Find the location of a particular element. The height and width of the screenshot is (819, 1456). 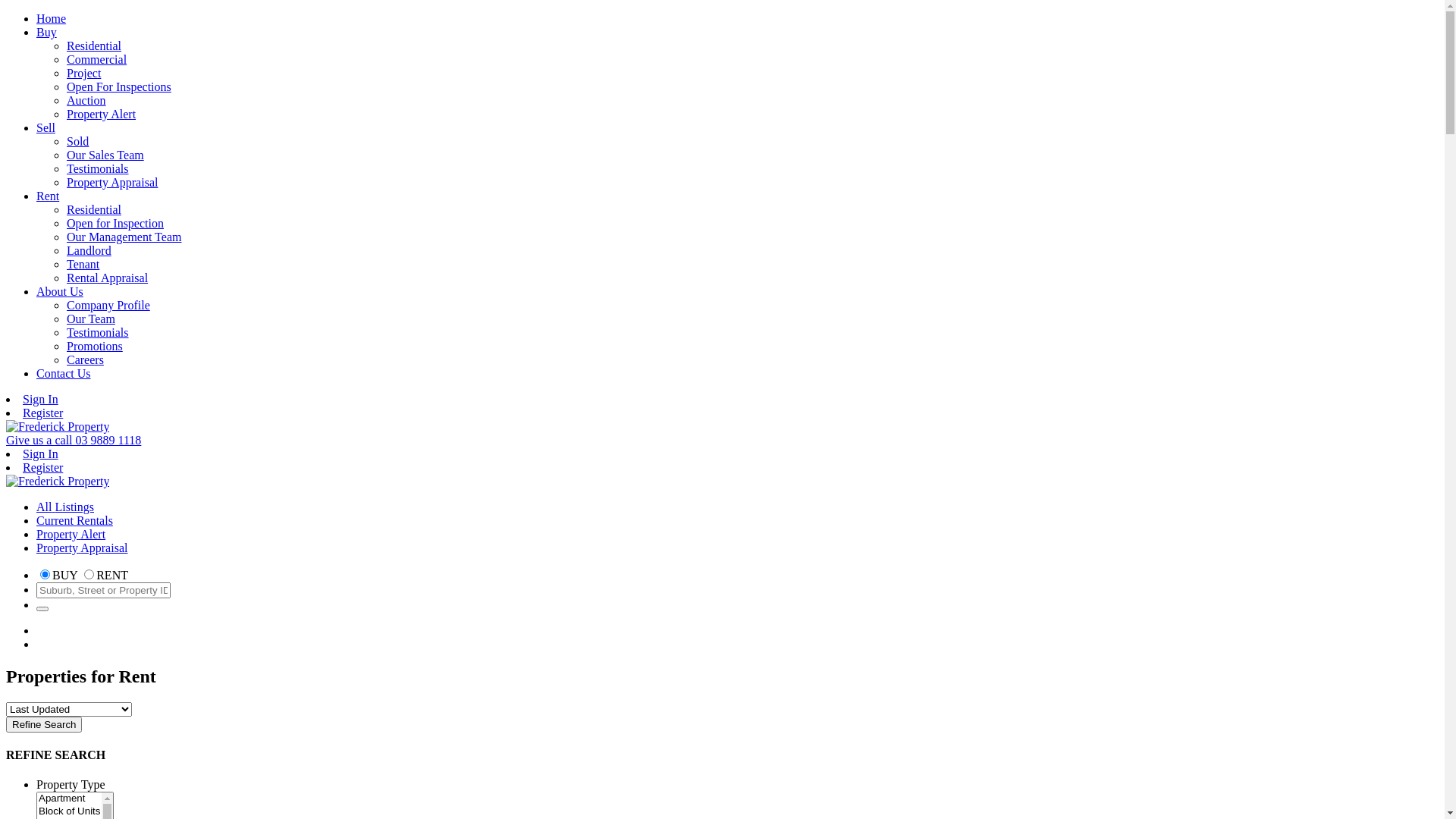

'Our Team' is located at coordinates (90, 318).